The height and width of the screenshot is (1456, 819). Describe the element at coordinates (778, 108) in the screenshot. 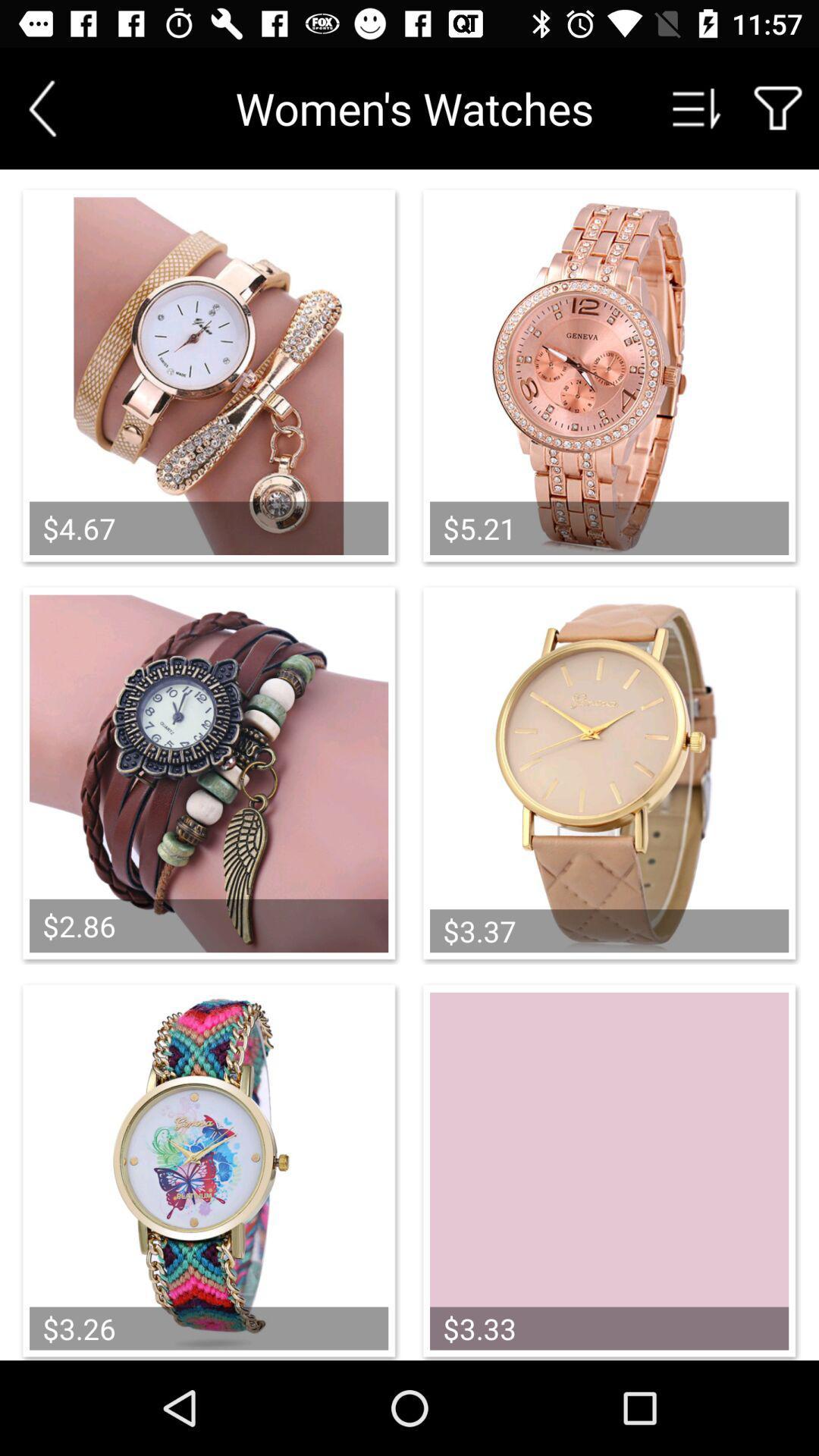

I see `filter menu` at that location.